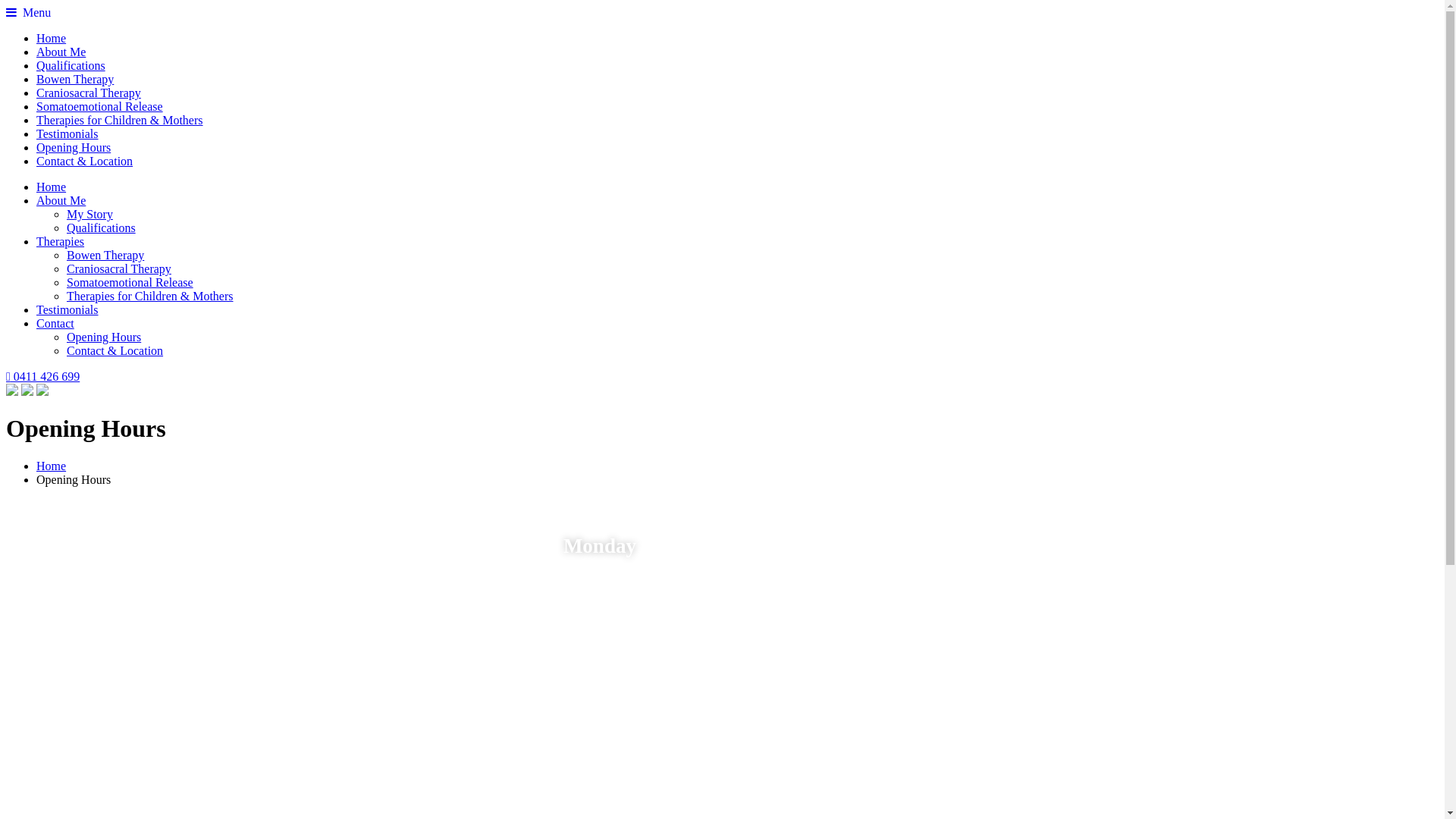 This screenshot has width=1456, height=819. I want to click on 'Qualifications', so click(36, 64).